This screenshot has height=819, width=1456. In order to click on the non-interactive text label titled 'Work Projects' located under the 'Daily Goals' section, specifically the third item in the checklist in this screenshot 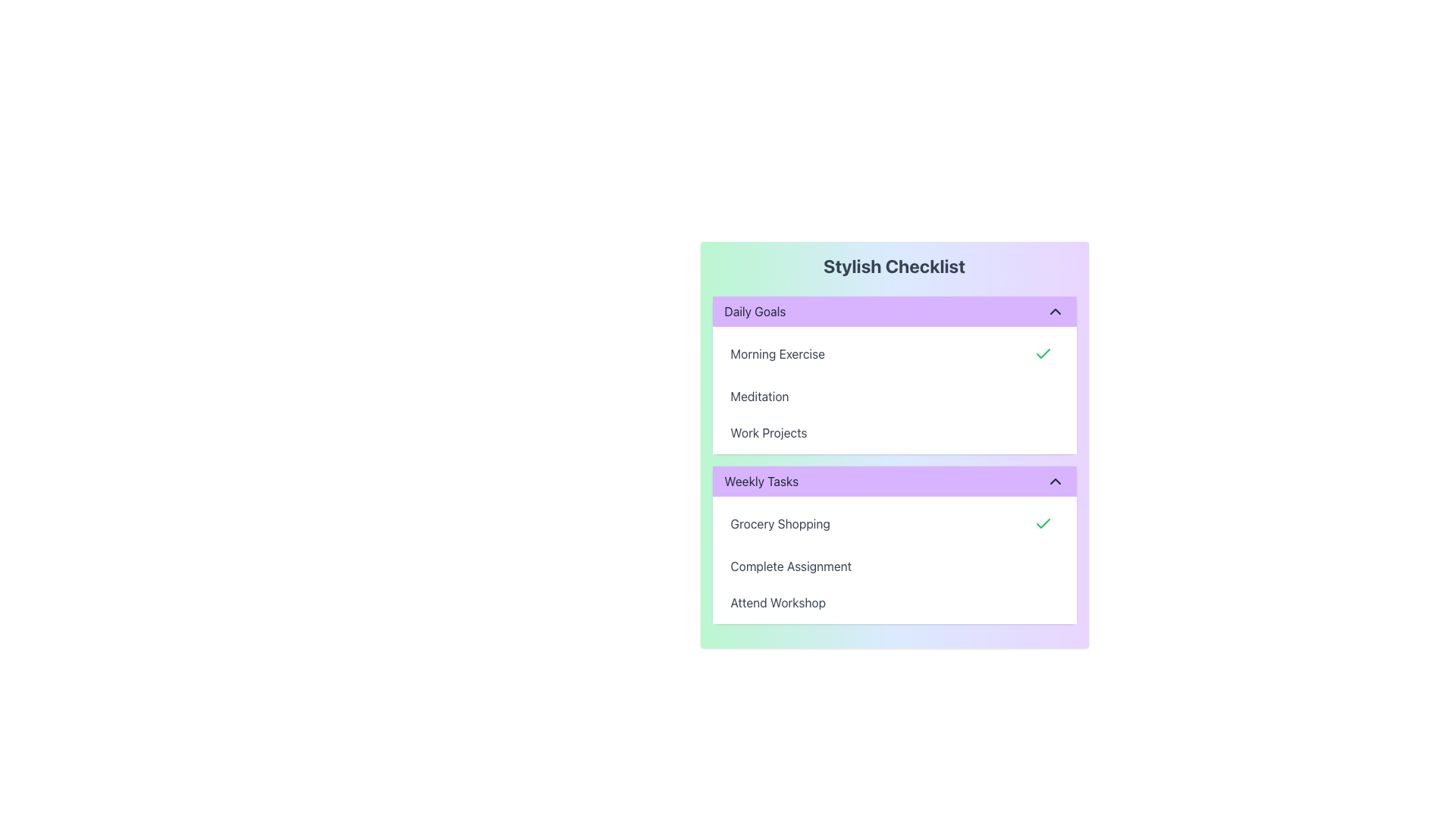, I will do `click(768, 432)`.